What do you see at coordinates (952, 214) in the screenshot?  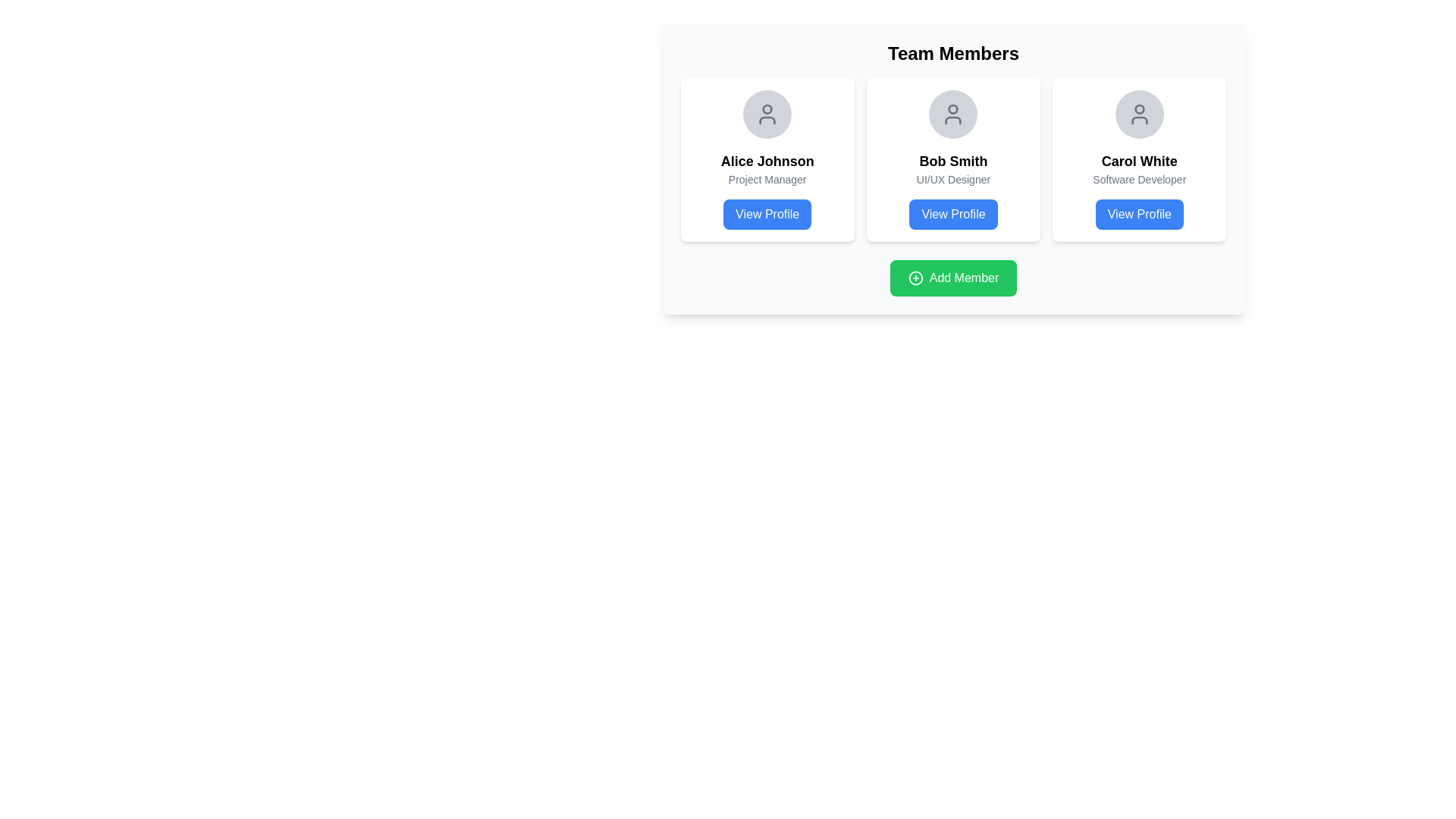 I see `the button that allows users to view the profile of Bob Smith` at bounding box center [952, 214].